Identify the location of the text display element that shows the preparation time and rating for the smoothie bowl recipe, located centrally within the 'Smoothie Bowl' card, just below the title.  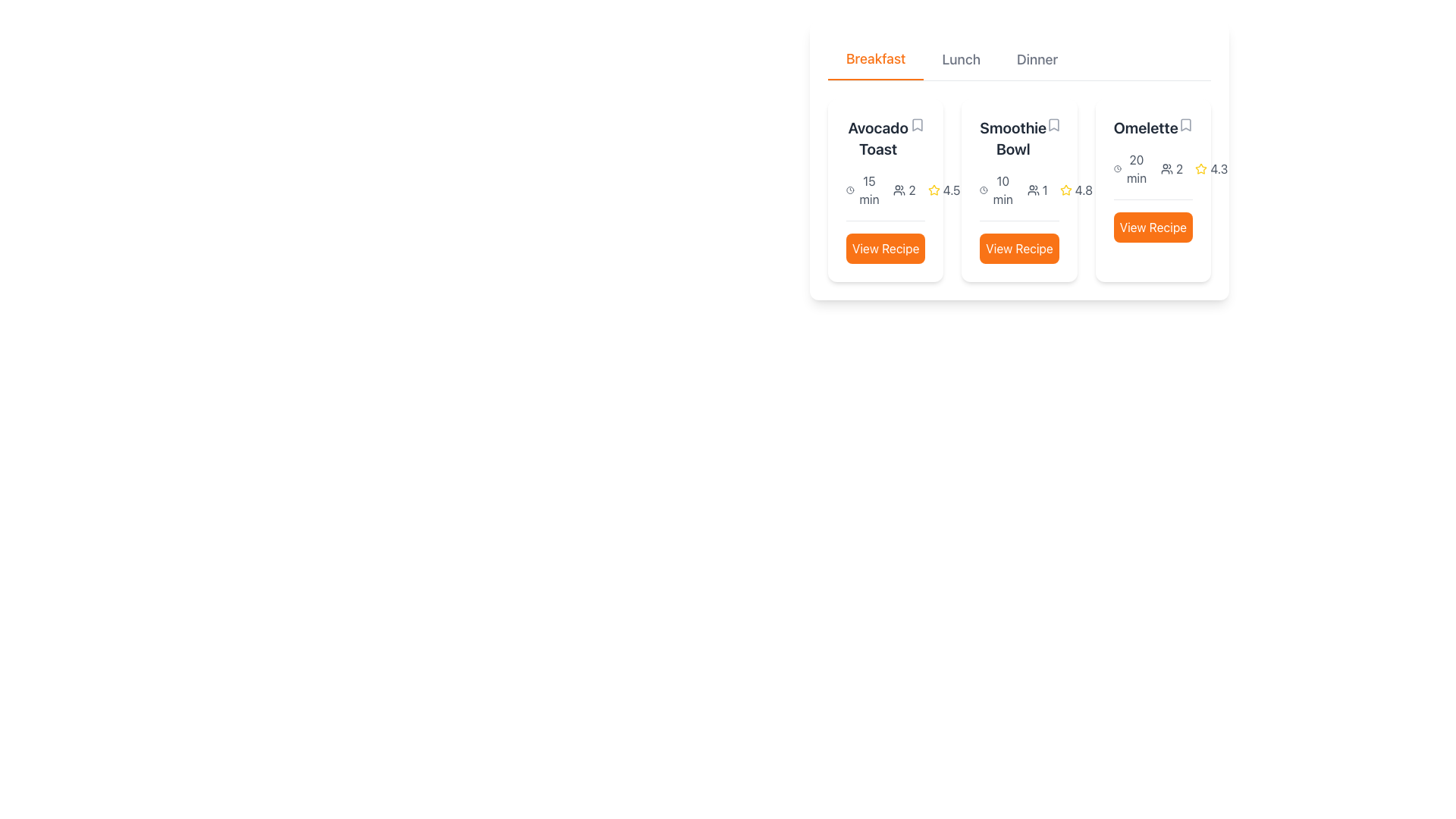
(1019, 189).